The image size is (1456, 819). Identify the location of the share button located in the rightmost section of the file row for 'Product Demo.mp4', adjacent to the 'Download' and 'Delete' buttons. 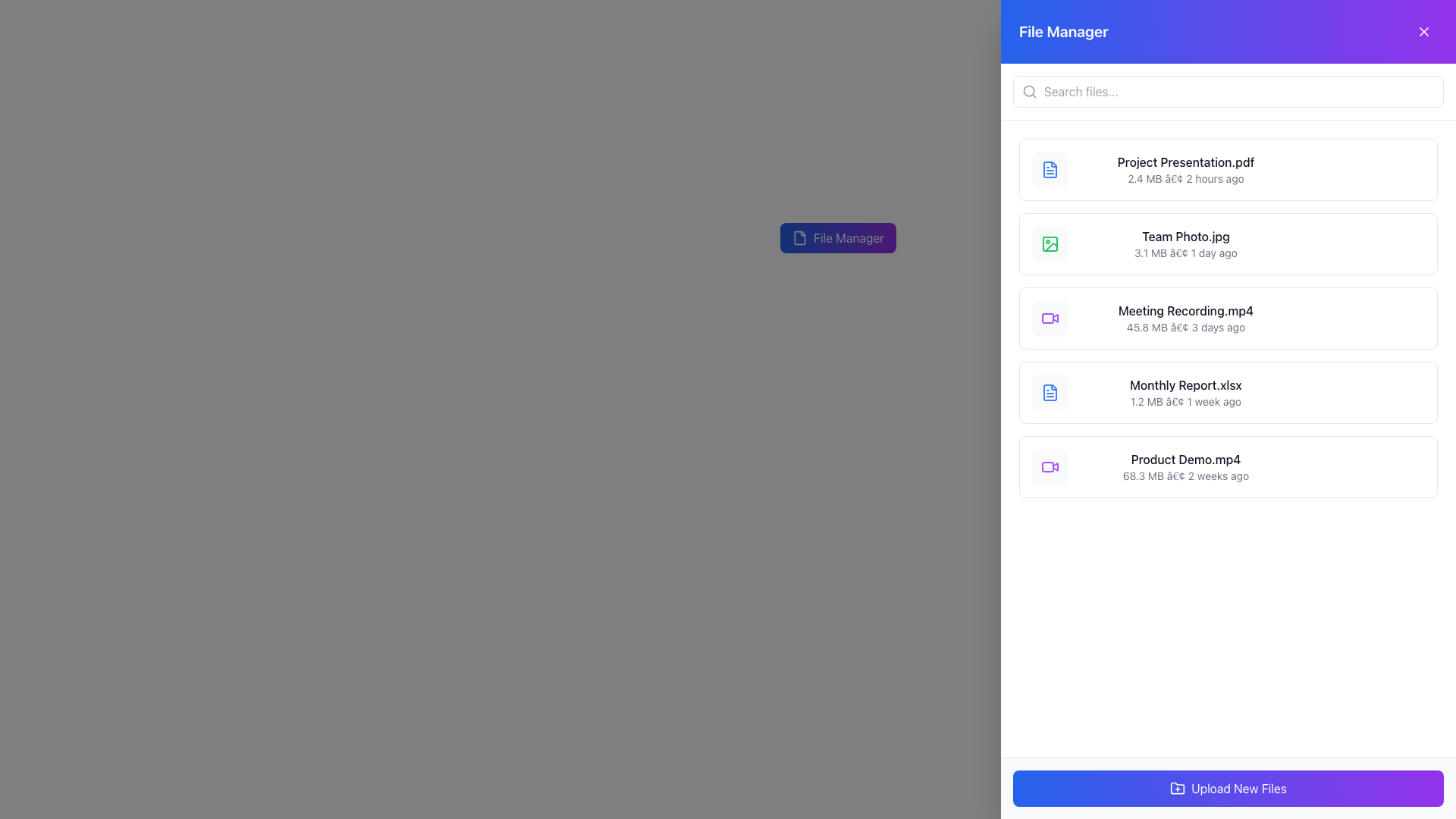
(1316, 466).